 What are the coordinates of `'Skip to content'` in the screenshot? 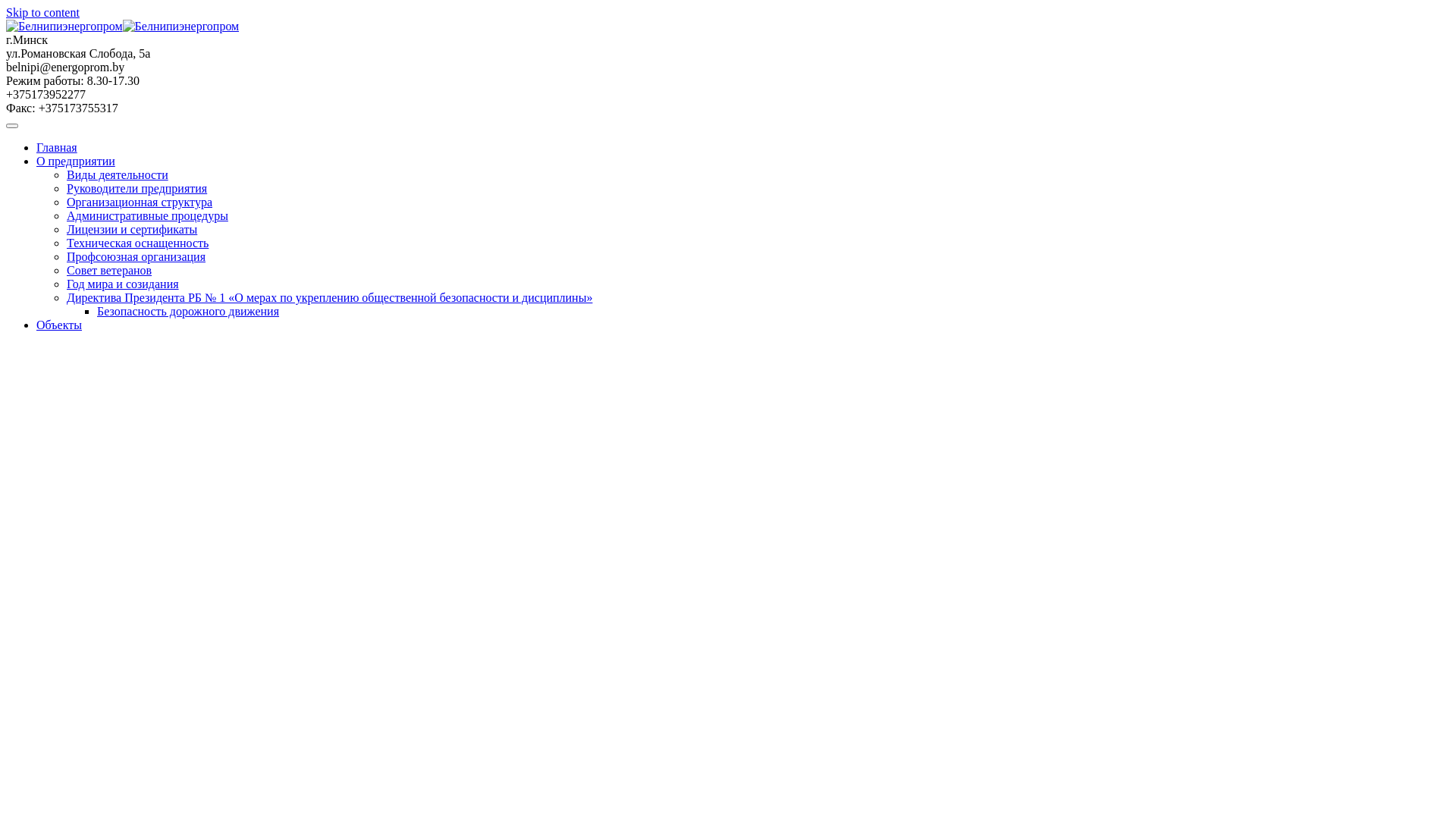 It's located at (42, 12).